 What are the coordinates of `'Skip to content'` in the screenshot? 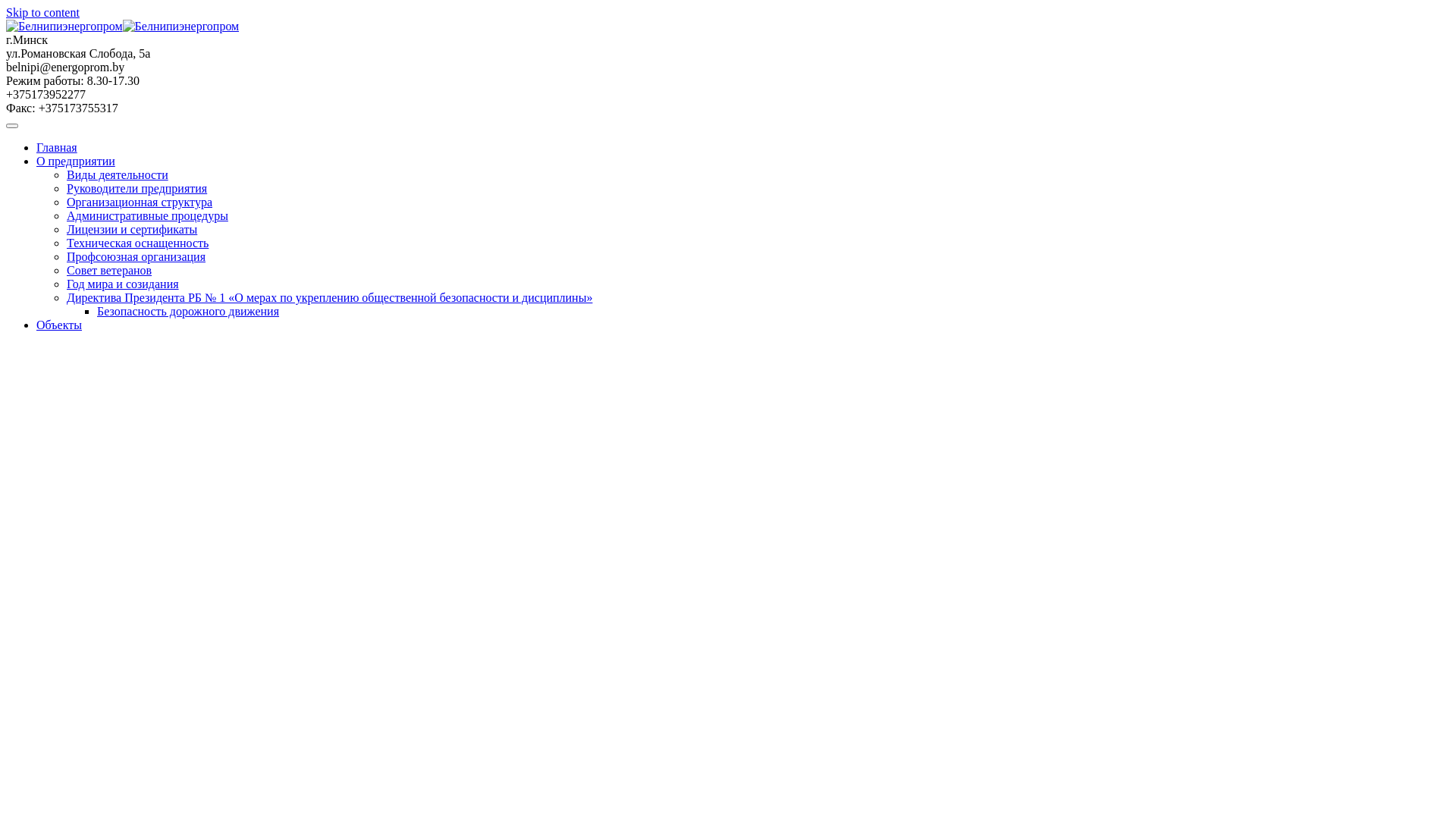 It's located at (42, 12).